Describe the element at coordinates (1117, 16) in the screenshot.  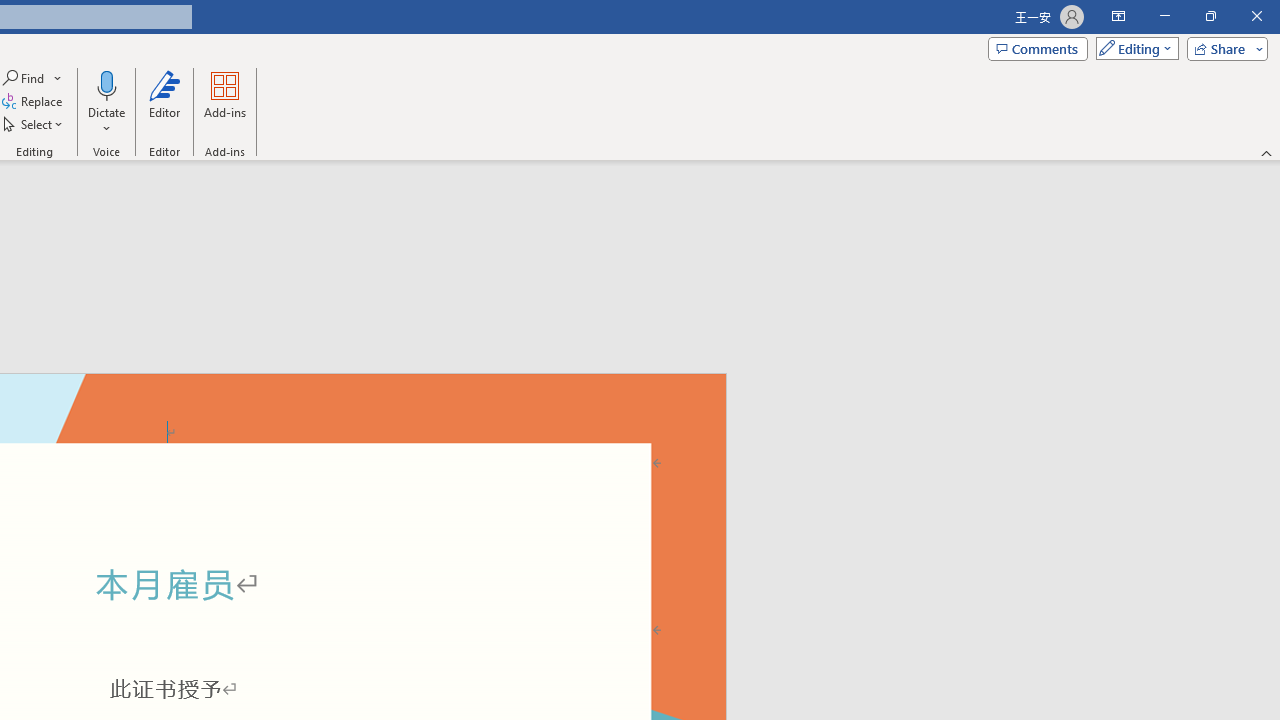
I see `'Ribbon Display Options'` at that location.